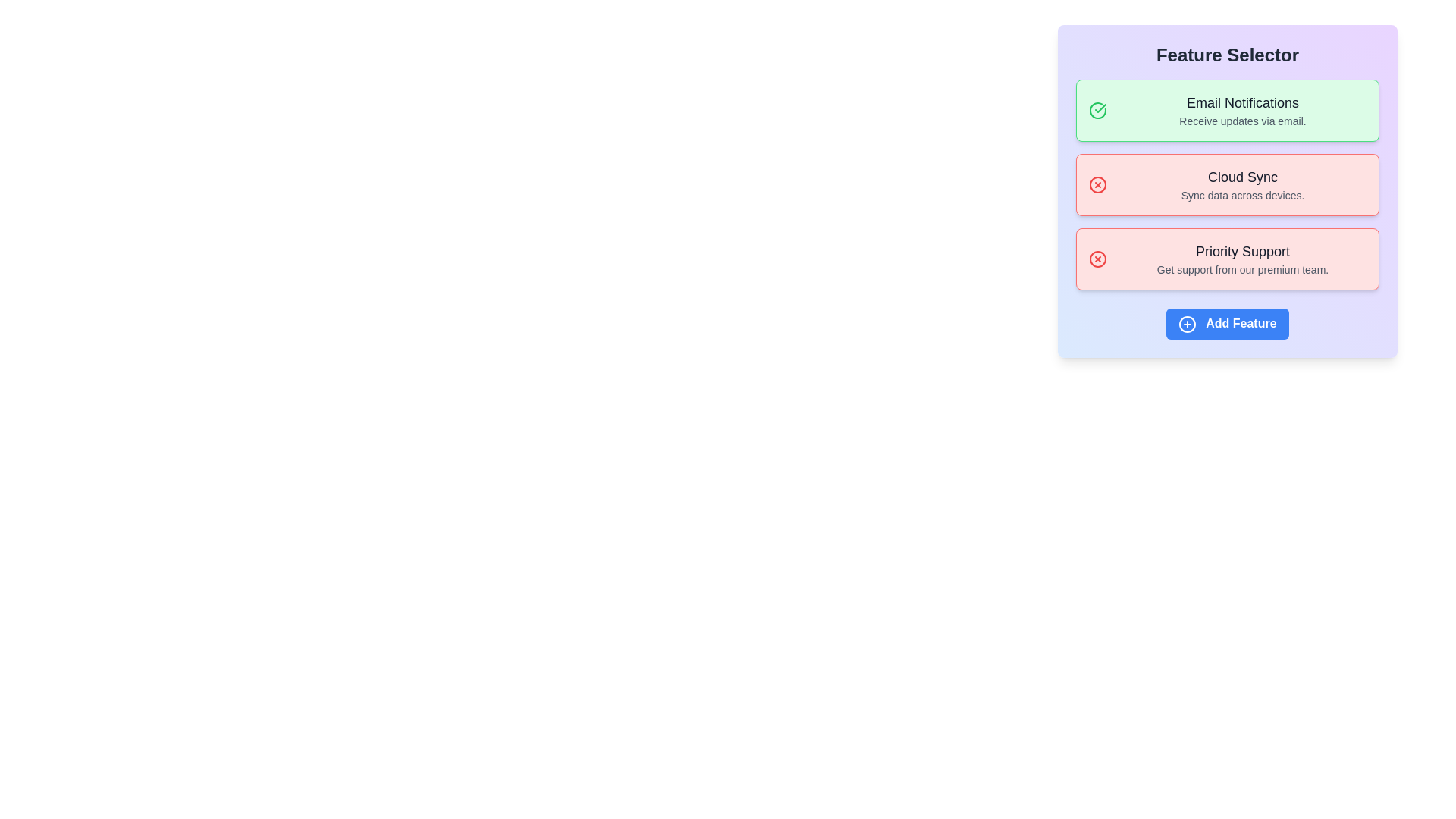  Describe the element at coordinates (1227, 184) in the screenshot. I see `the selectable option for 'Cloud Sync' located in the second position of the vertical stack within the 'Feature Selector' box` at that location.